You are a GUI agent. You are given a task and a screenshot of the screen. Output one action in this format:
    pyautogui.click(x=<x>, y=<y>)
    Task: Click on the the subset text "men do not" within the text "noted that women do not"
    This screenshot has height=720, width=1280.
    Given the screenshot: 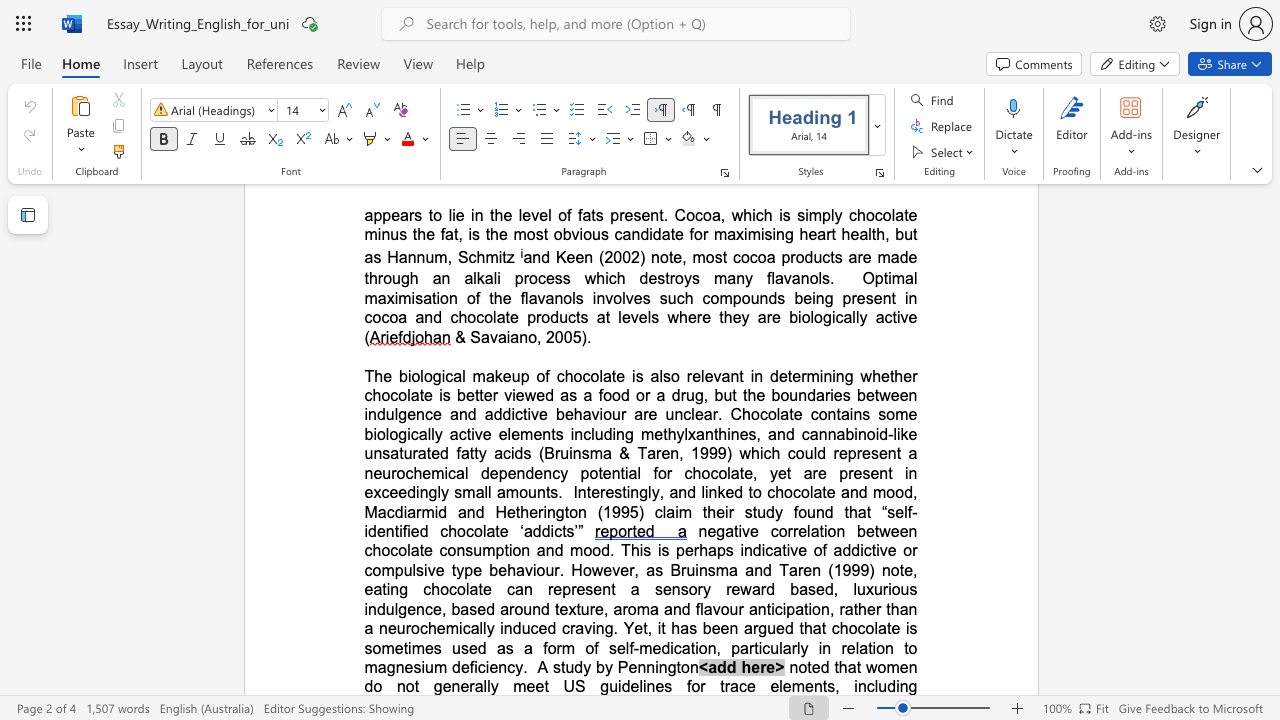 What is the action you would take?
    pyautogui.click(x=885, y=667)
    